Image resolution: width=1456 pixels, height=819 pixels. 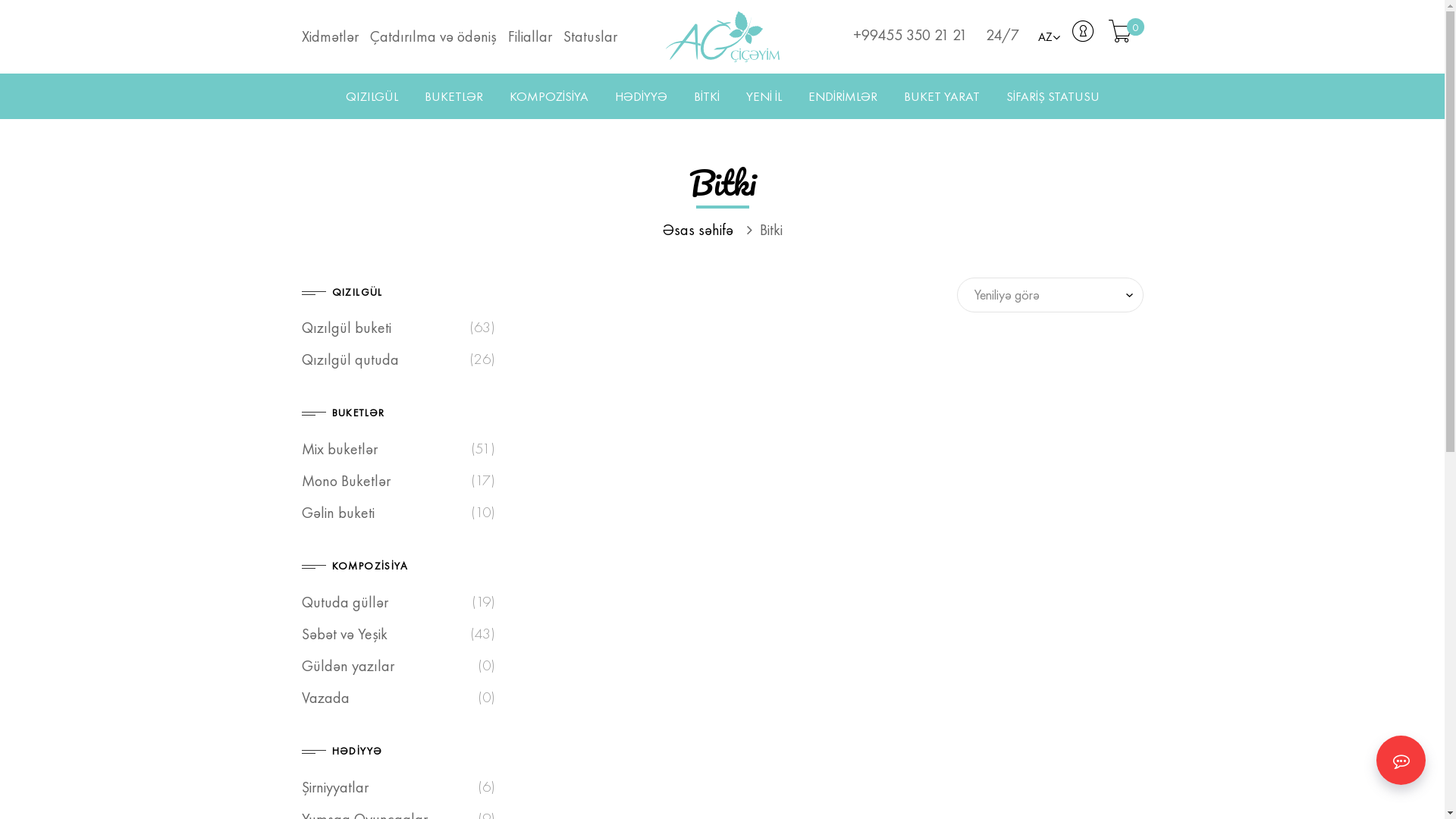 What do you see at coordinates (705, 96) in the screenshot?
I see `'BITKI'` at bounding box center [705, 96].